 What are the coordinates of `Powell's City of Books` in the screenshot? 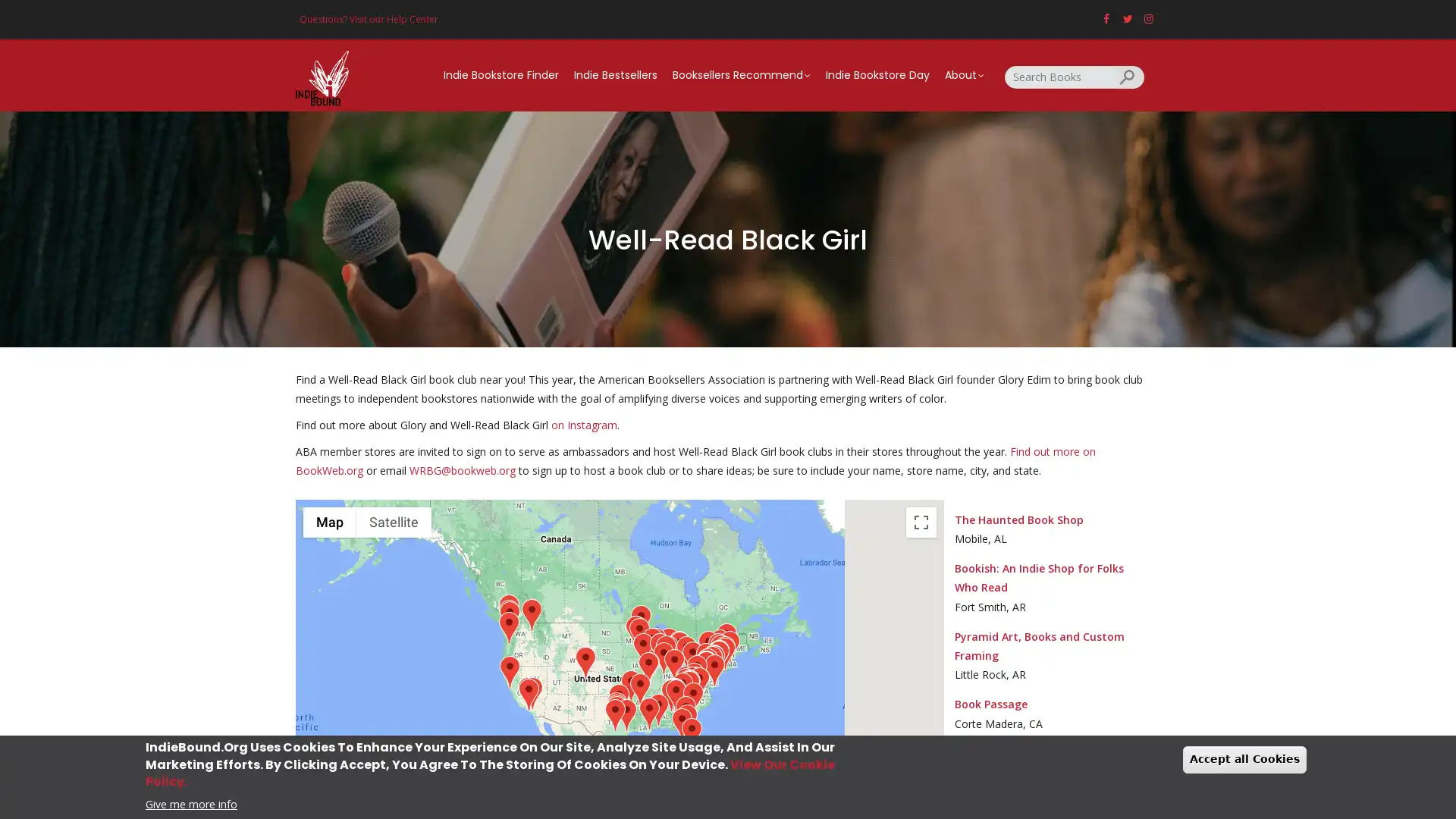 It's located at (508, 627).